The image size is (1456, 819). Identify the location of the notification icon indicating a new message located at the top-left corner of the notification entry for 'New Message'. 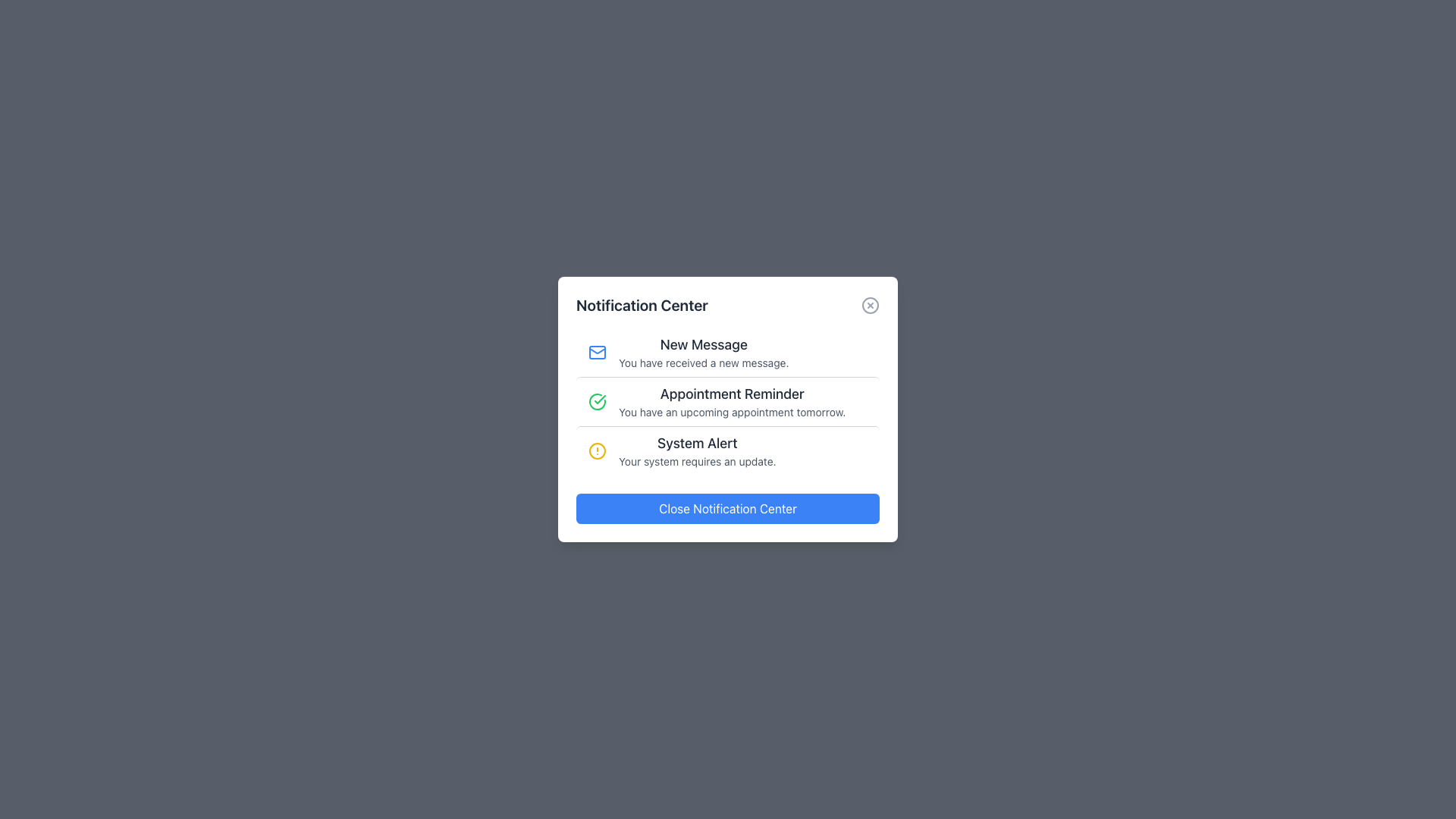
(596, 353).